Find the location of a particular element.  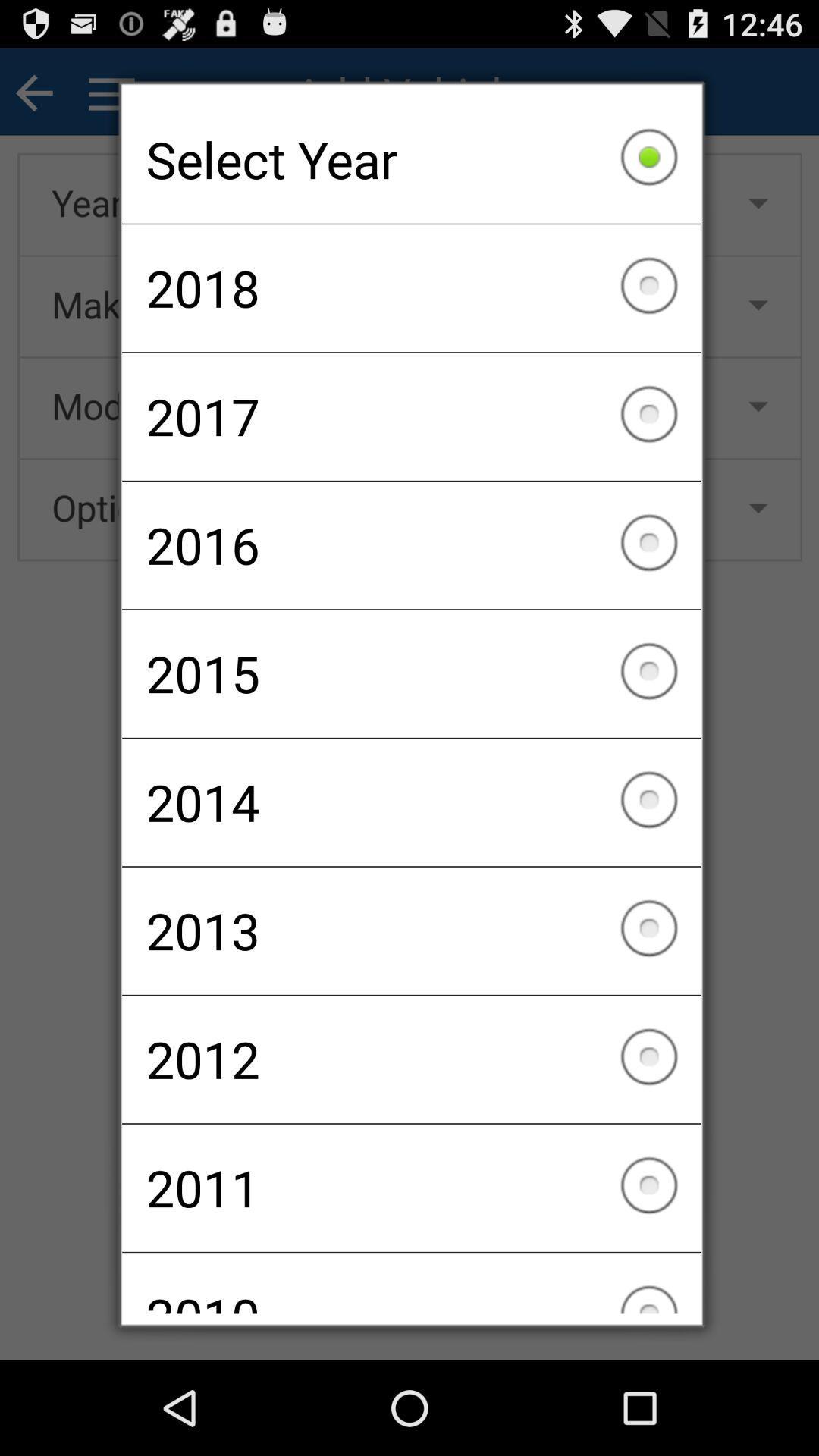

the checkbox below the select year item is located at coordinates (411, 288).